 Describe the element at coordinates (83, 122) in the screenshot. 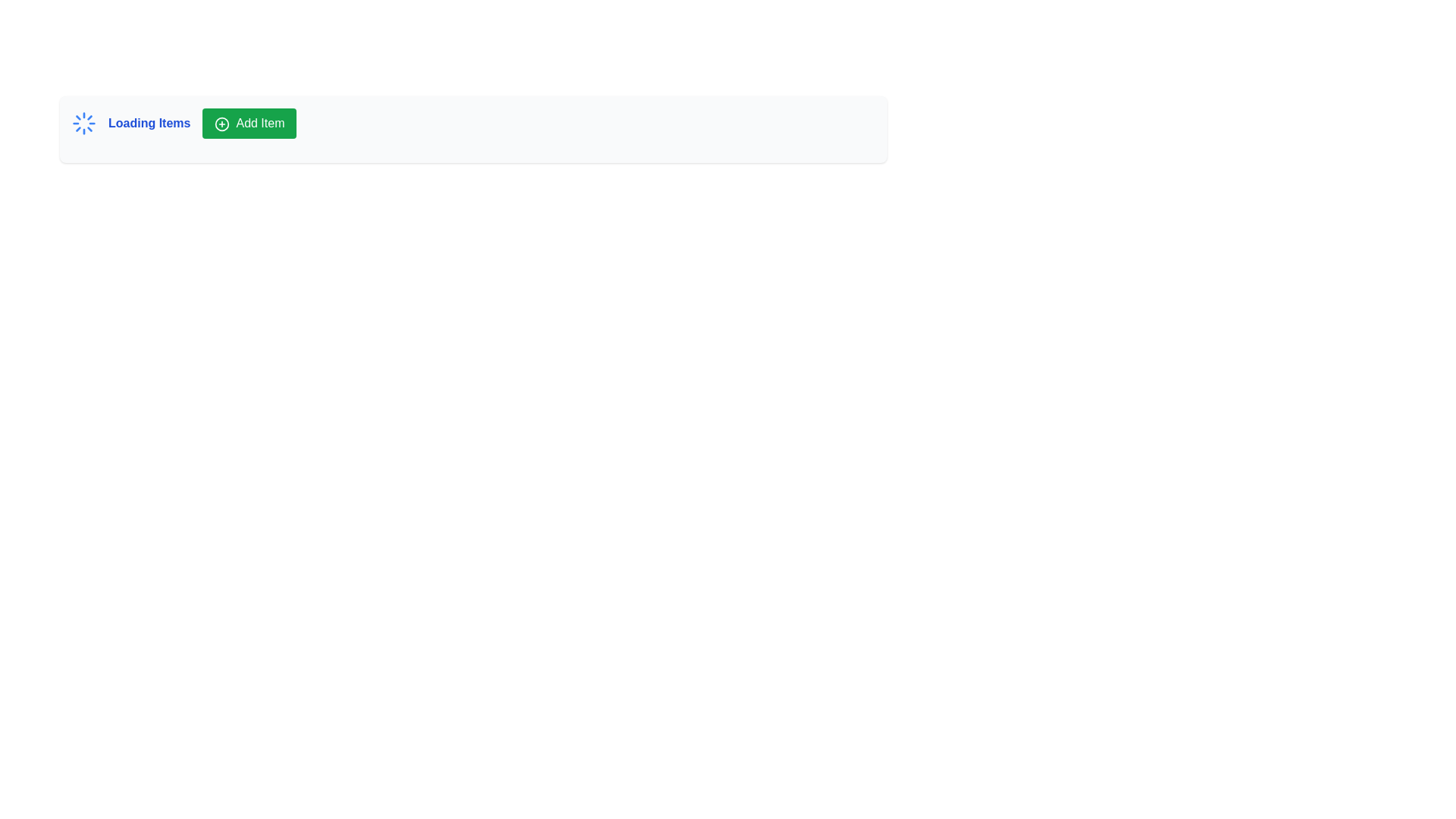

I see `the Loading Spinner Icon, which is a blue circular spinner located to the left of the 'Loading Items' text` at that location.